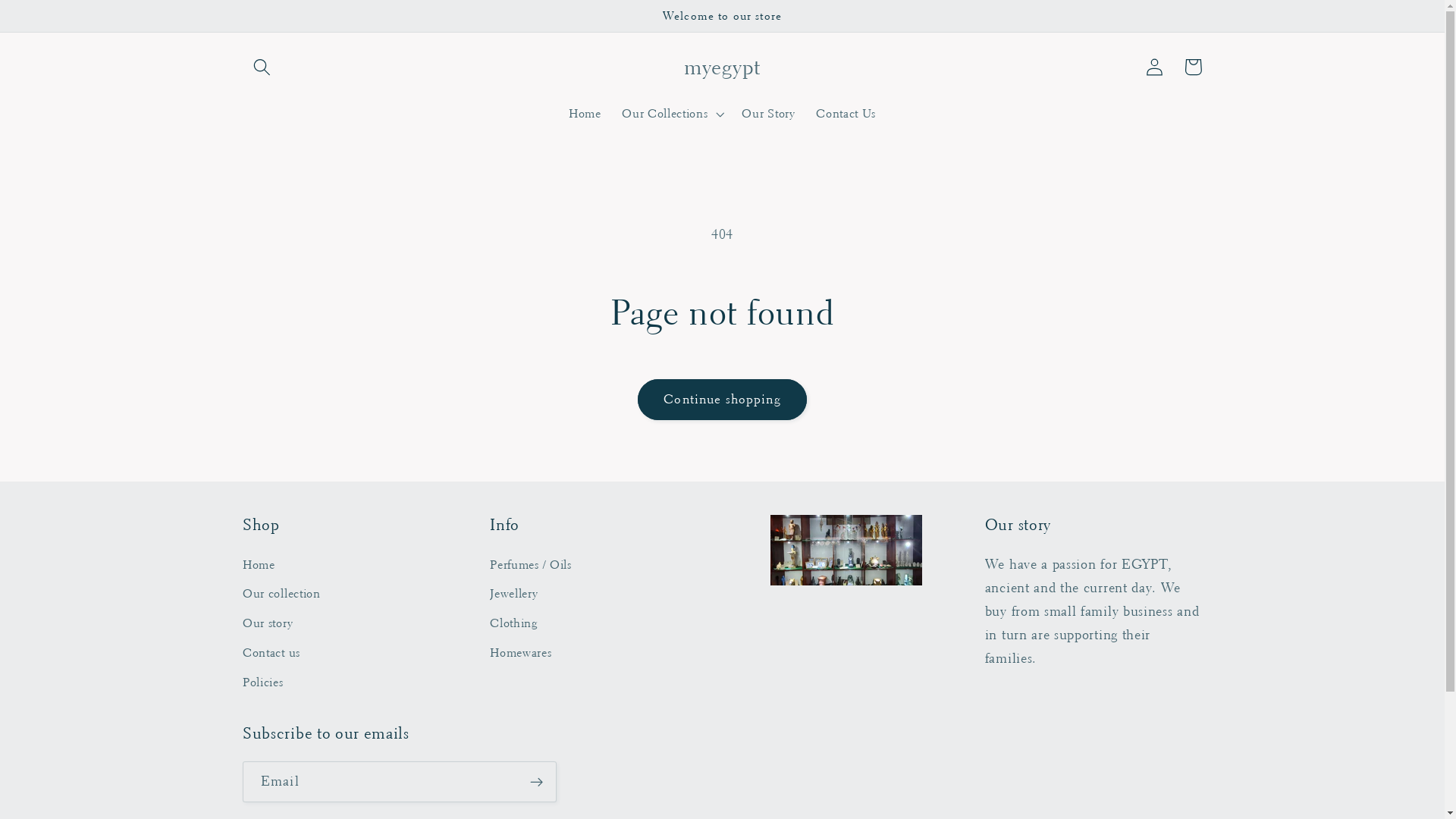  Describe the element at coordinates (530, 567) in the screenshot. I see `'Perfumes / Oils'` at that location.